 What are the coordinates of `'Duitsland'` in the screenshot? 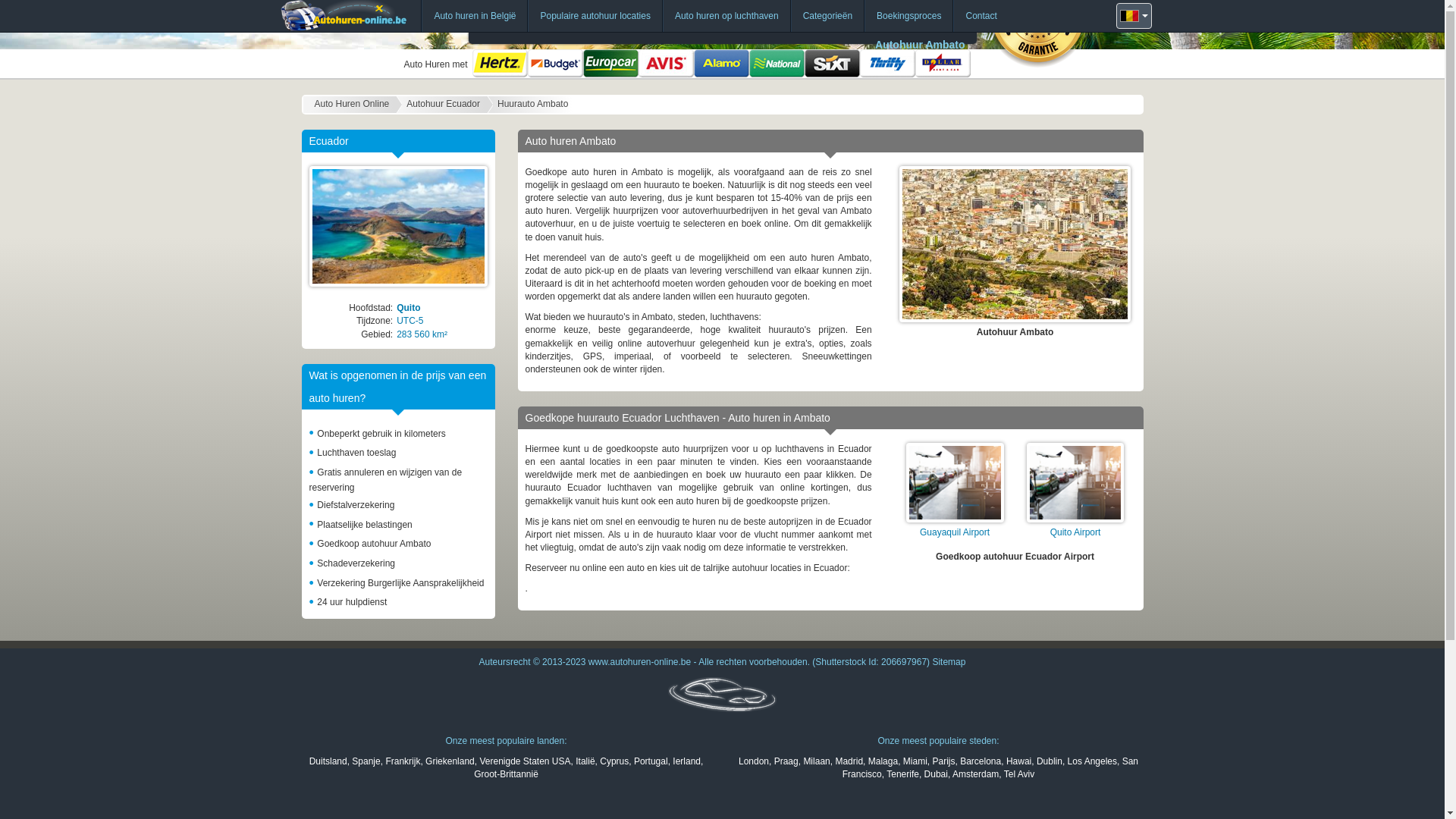 It's located at (309, 761).